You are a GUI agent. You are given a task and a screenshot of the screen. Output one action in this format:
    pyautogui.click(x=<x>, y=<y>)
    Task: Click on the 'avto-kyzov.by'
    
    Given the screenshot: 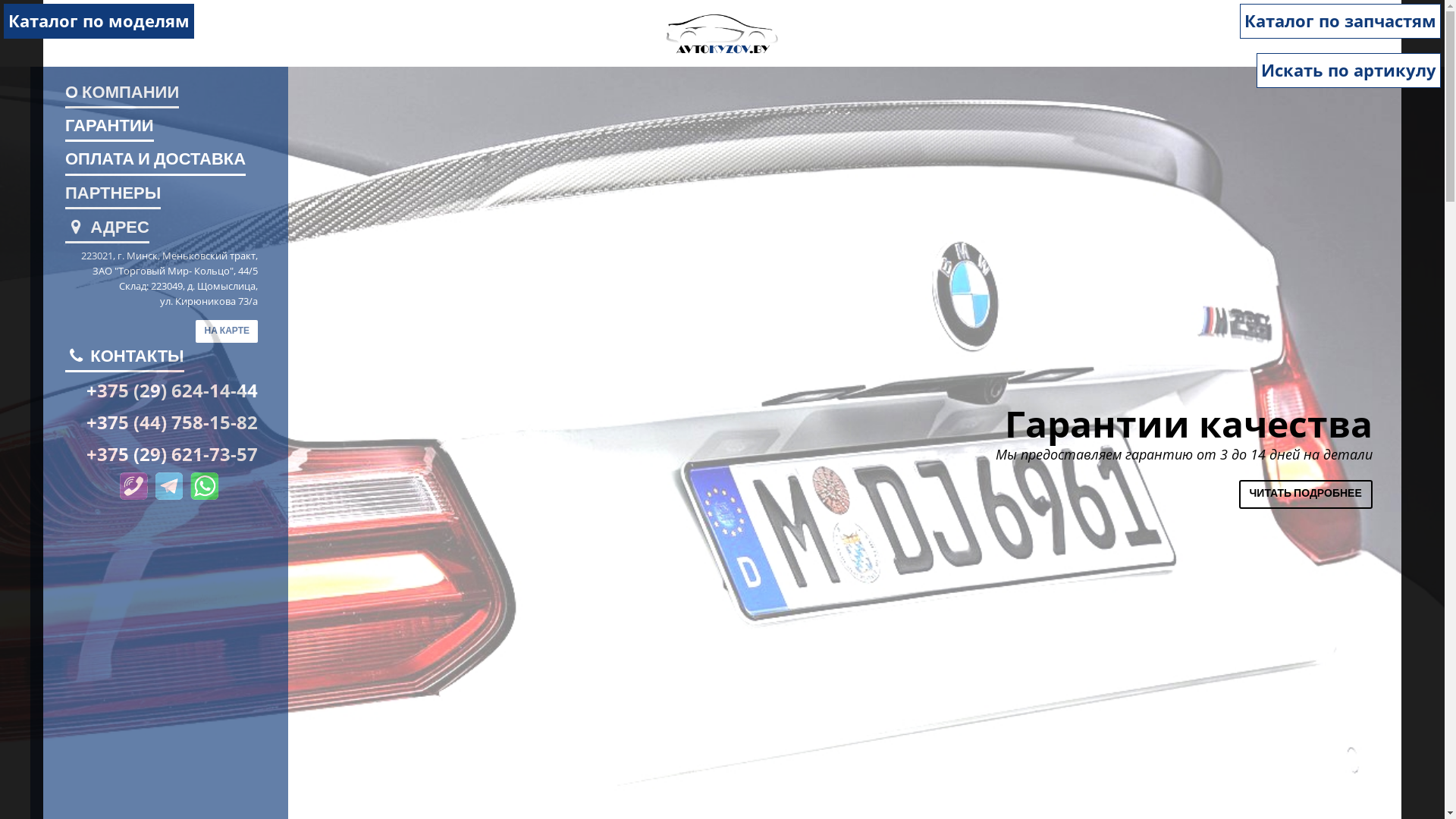 What is the action you would take?
    pyautogui.click(x=720, y=32)
    